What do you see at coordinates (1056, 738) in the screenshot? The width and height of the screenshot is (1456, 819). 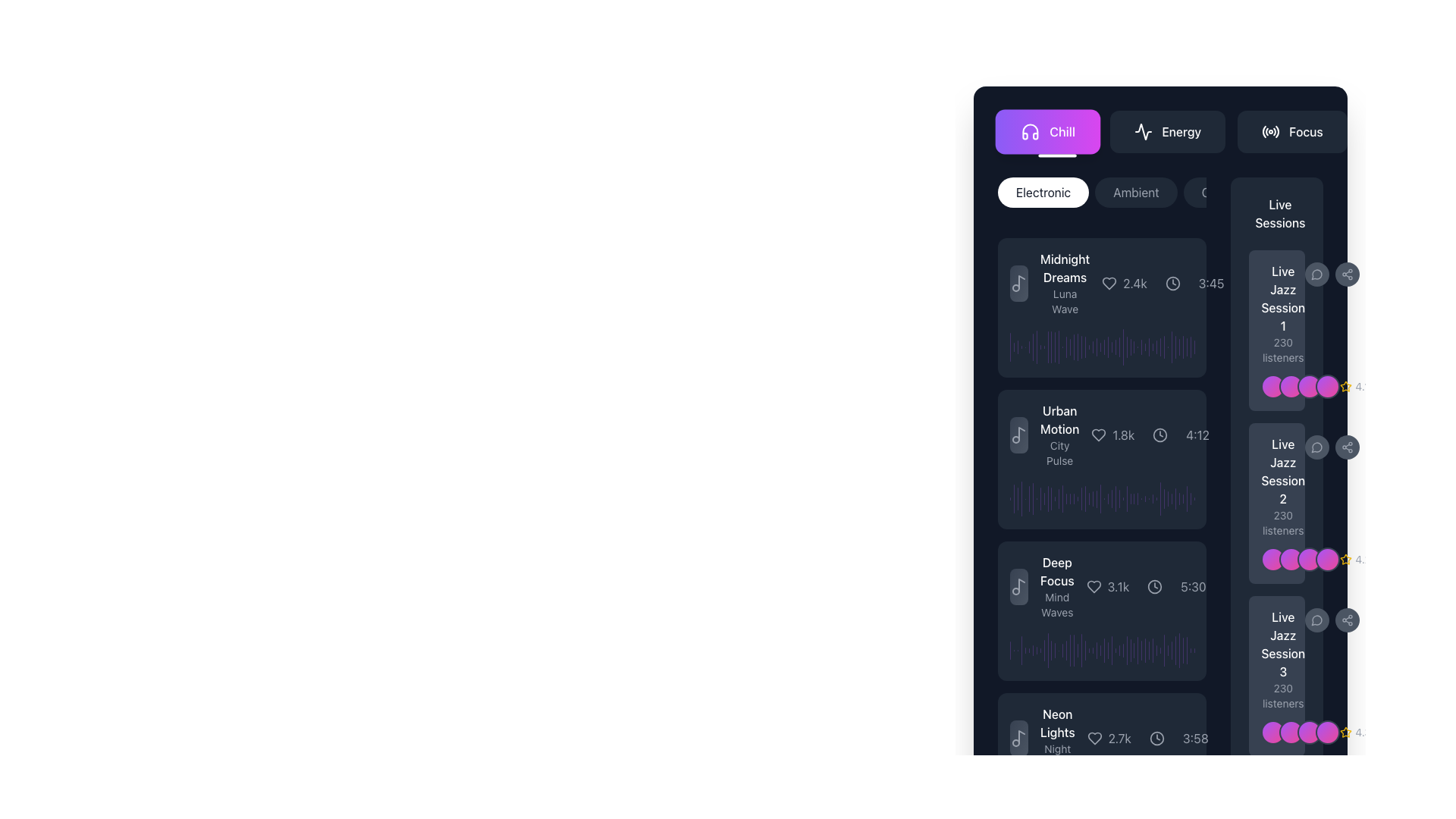 I see `text of the Label displaying 'Neon Lights' in bold white font followed by 'Night Drift' in smaller gray font, located near the bottom of the right vertical list panel` at bounding box center [1056, 738].